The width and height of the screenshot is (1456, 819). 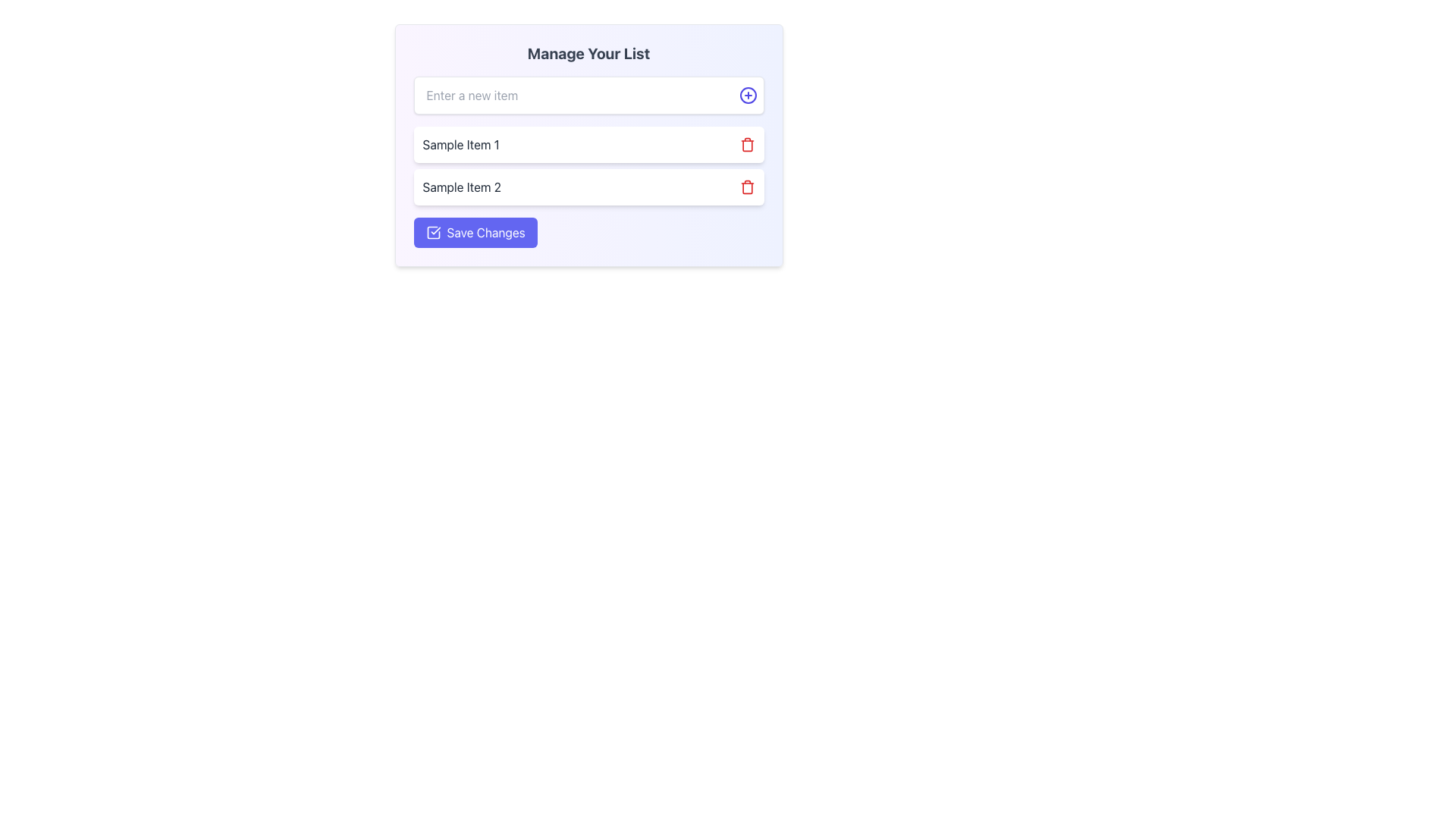 What do you see at coordinates (460, 145) in the screenshot?
I see `the Label displaying 'Sample Item 1' in dark gray color, which is located within a white rectangular background with rounded corners, positioned to the left of a red trash can icon` at bounding box center [460, 145].